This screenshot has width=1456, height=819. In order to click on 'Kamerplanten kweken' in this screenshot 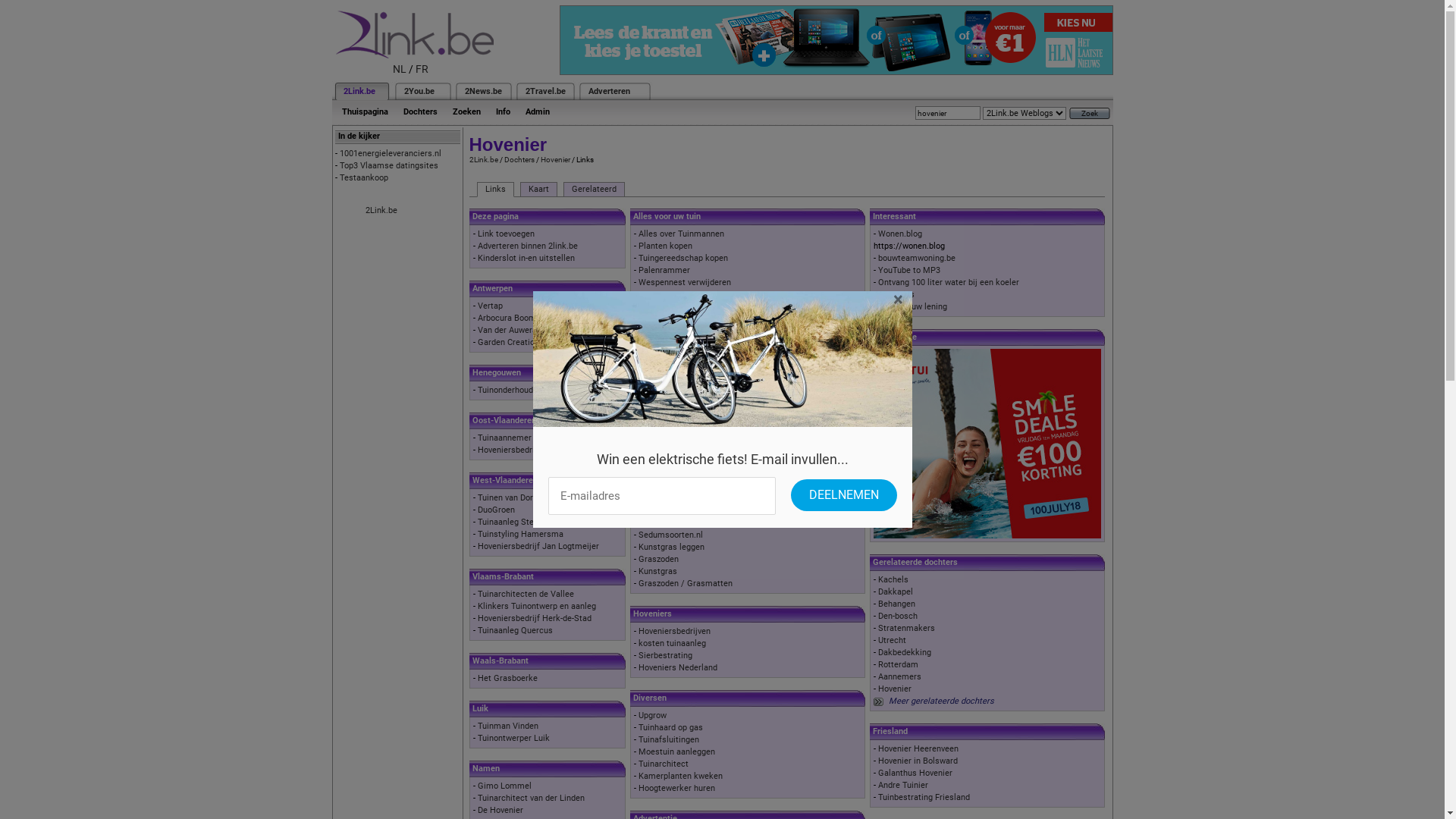, I will do `click(679, 776)`.